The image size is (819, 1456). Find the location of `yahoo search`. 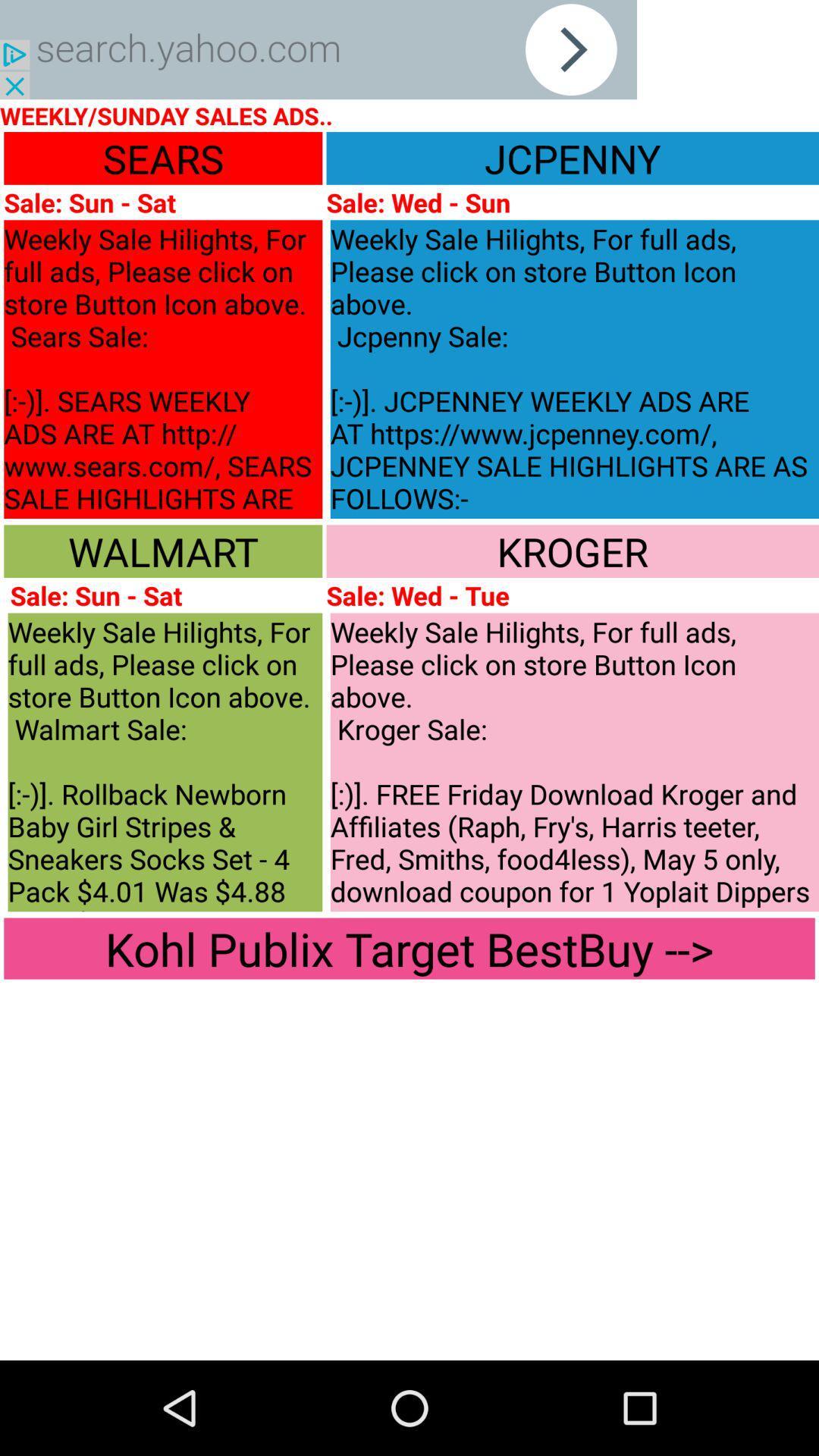

yahoo search is located at coordinates (318, 49).